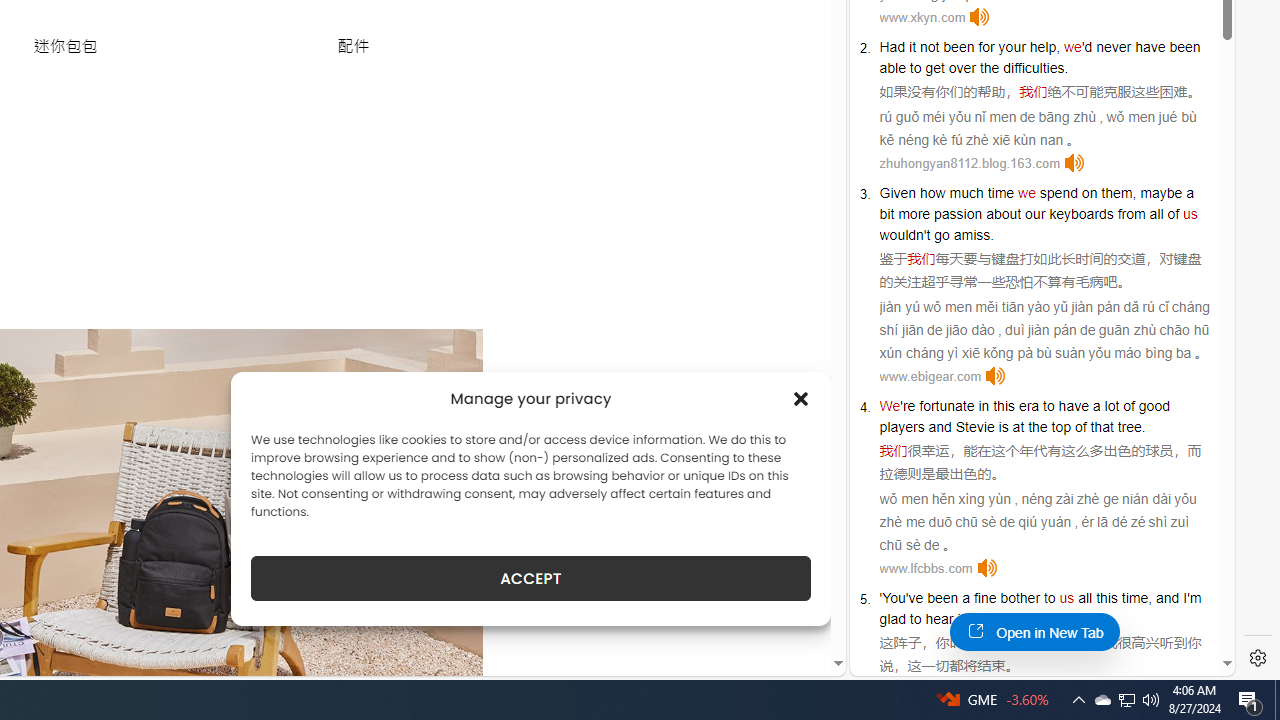  Describe the element at coordinates (986, 568) in the screenshot. I see `'Click to listen'` at that location.